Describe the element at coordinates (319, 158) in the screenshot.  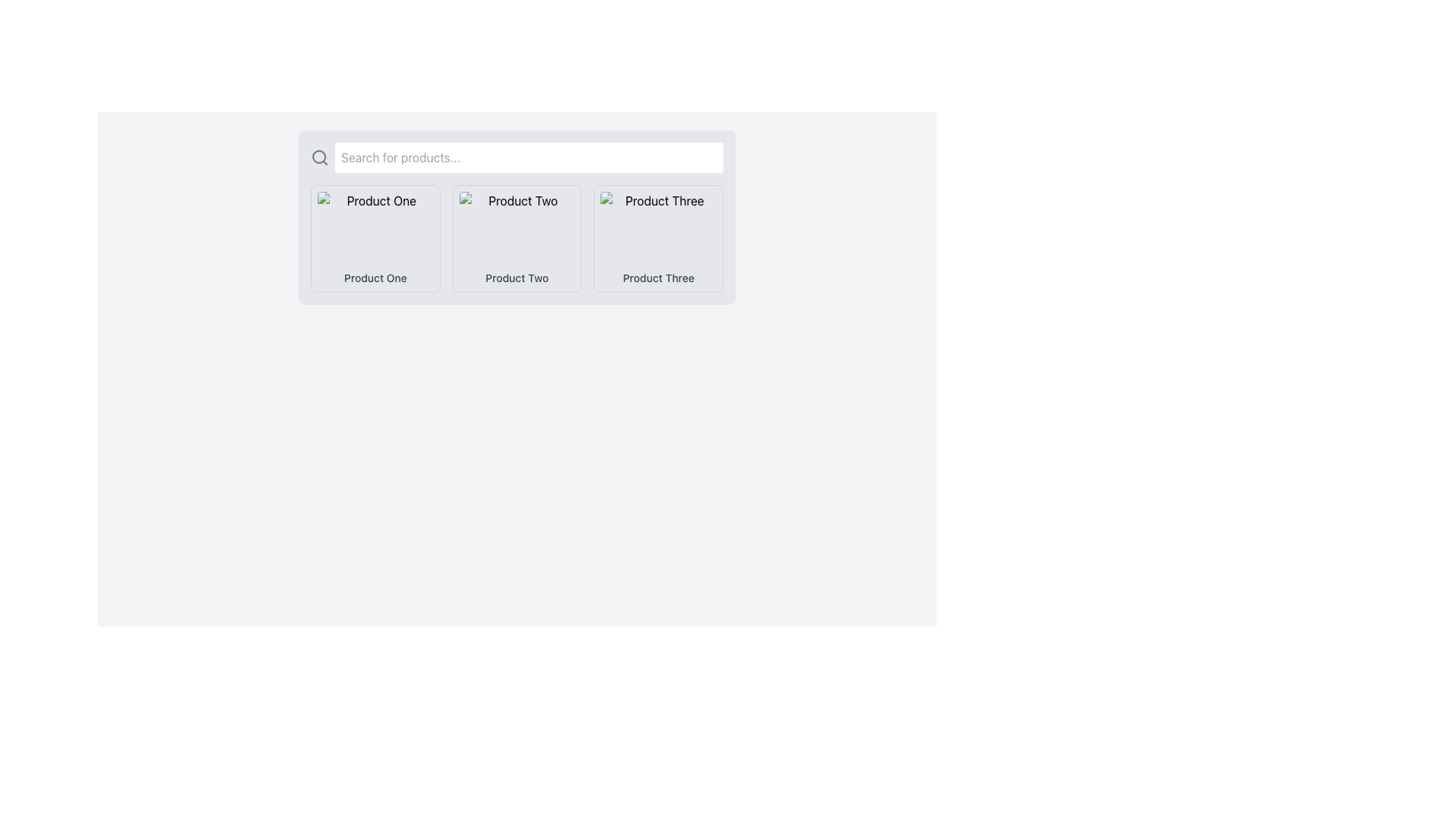
I see `the search icon located to the left of the text input field, which serves as a representation of the search feature` at that location.